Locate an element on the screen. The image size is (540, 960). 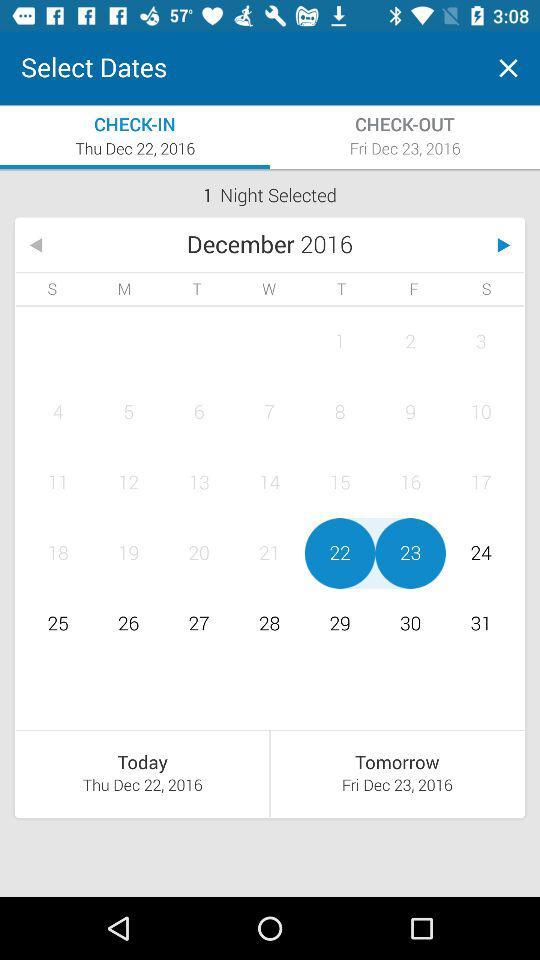
exit out is located at coordinates (508, 68).